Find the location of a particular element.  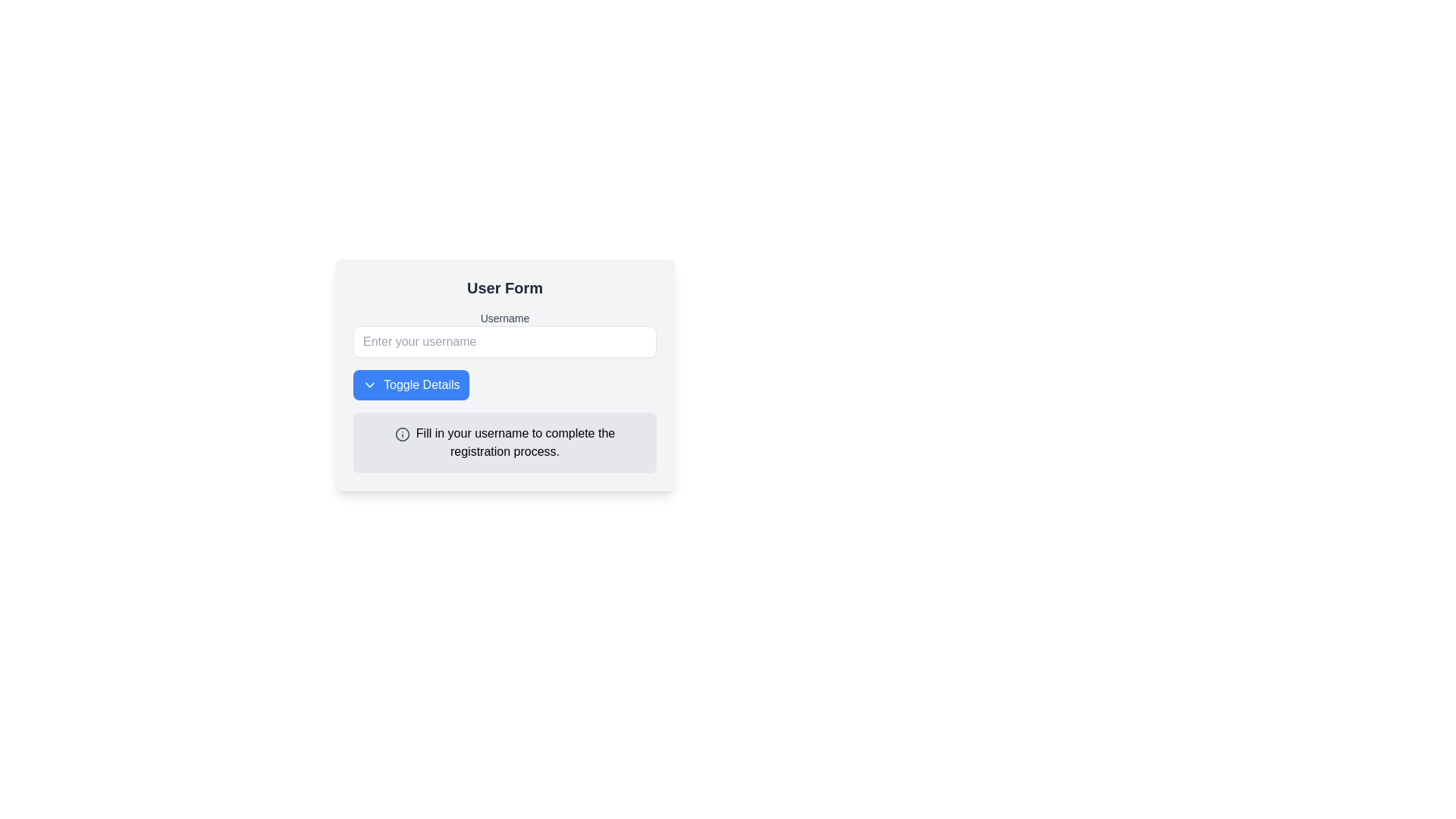

the label indicating the purpose of the adjacent input field for entering a username, which is located under the heading 'User Form' and above the text input field labeled 'Enter your username' is located at coordinates (505, 318).